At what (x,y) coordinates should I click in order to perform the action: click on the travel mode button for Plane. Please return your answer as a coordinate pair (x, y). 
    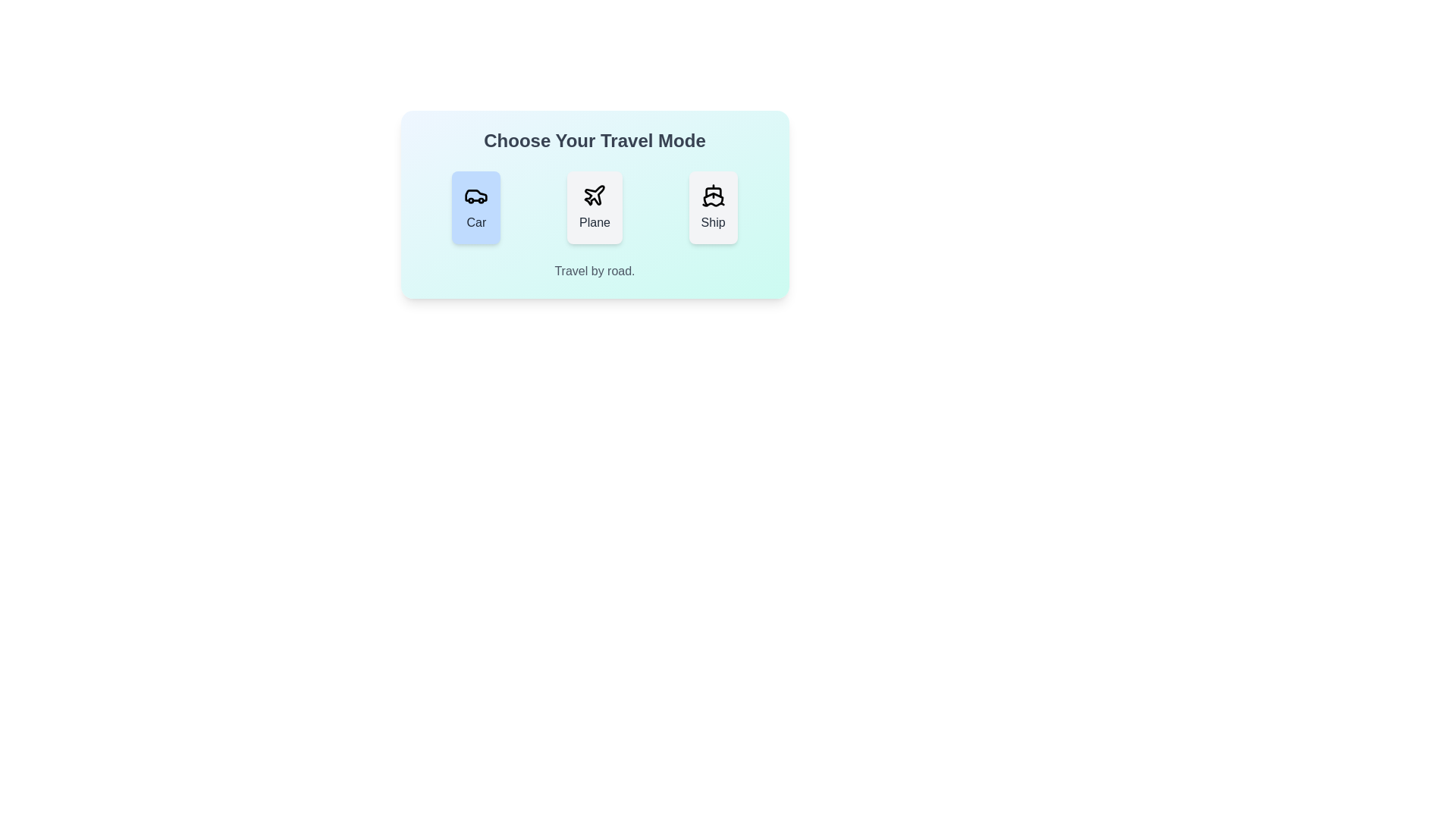
    Looking at the image, I should click on (594, 207).